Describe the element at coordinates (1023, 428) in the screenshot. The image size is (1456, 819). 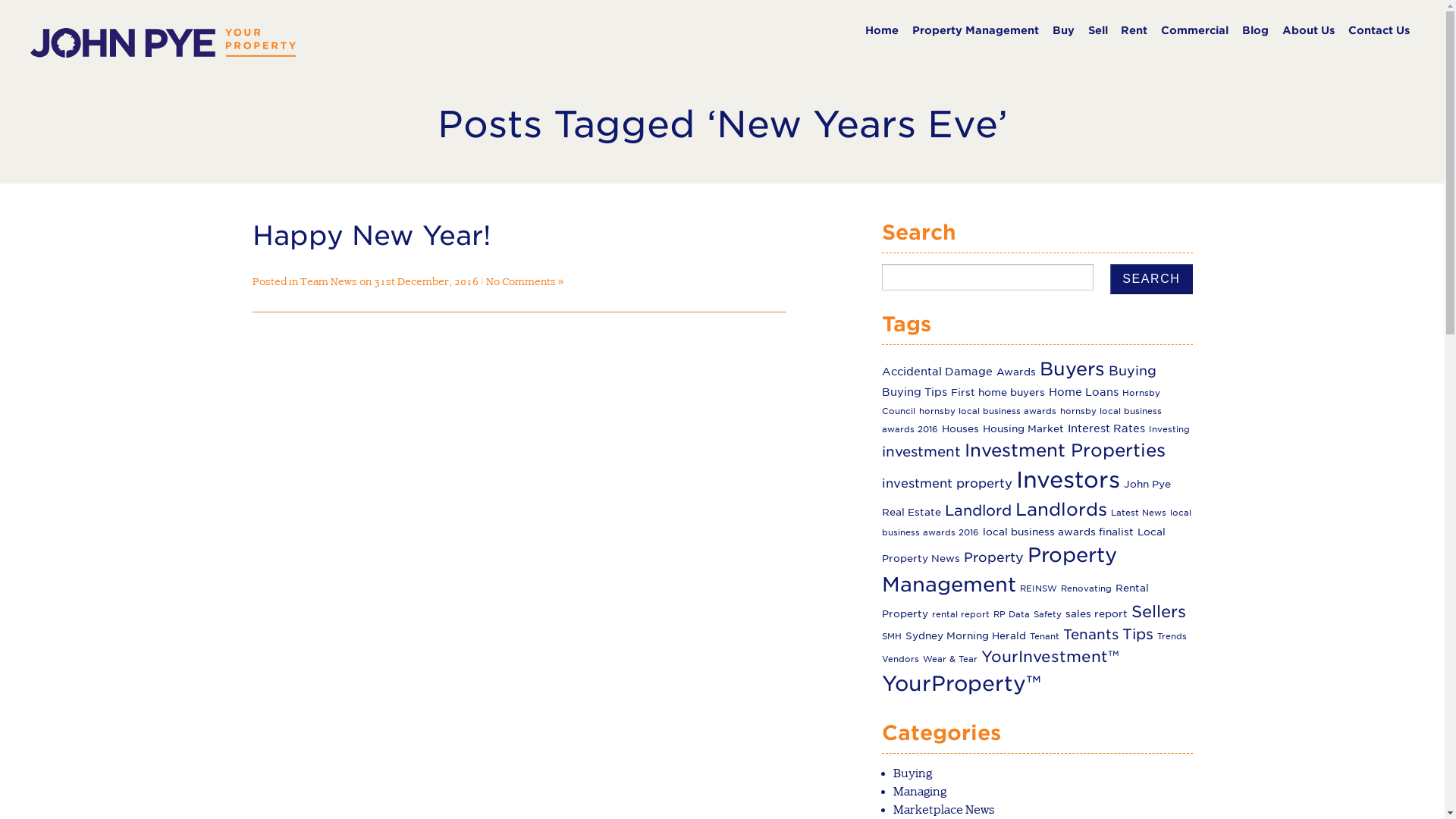
I see `'Housing Market'` at that location.